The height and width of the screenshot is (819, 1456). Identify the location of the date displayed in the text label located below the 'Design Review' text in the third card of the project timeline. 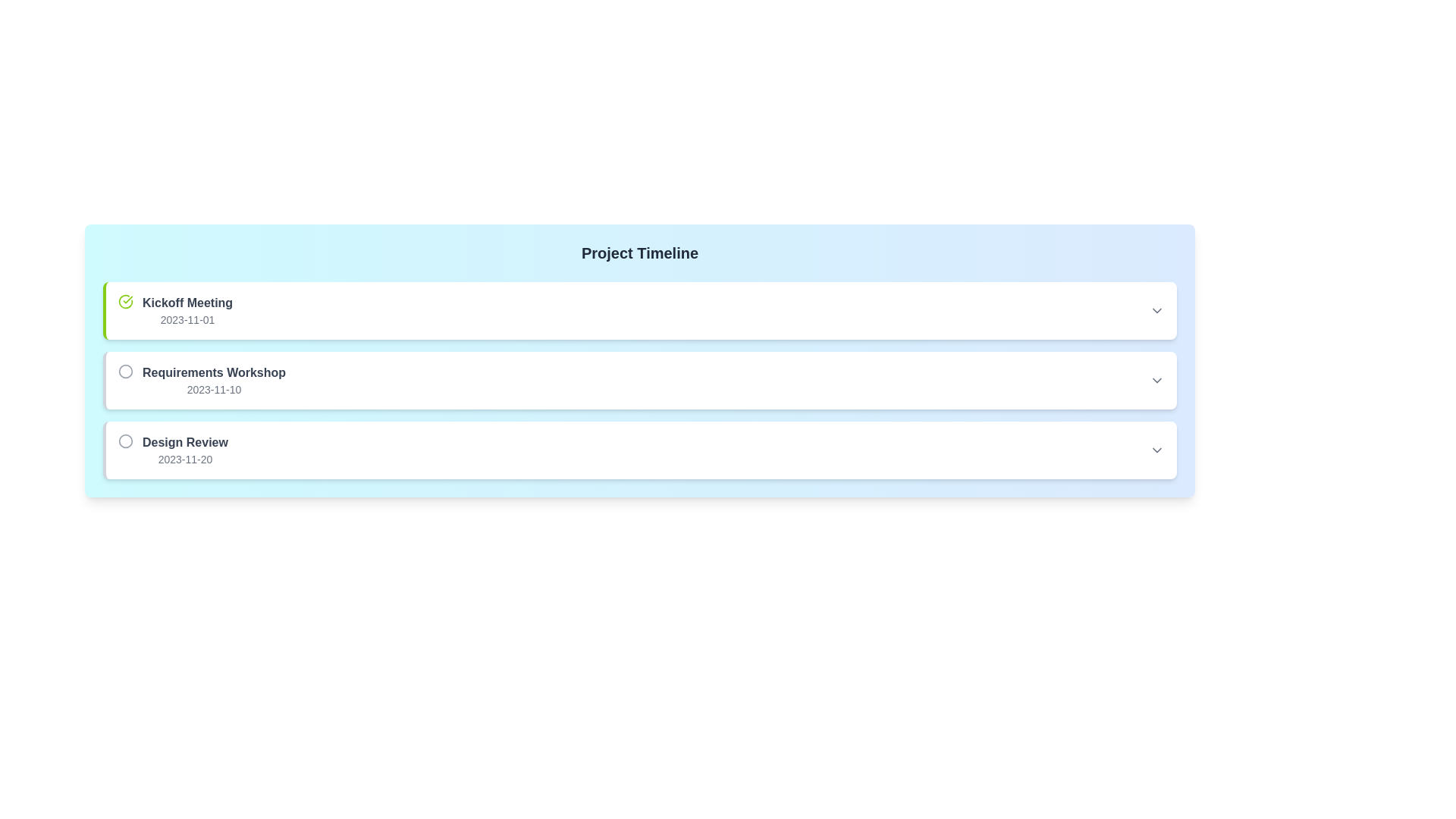
(184, 458).